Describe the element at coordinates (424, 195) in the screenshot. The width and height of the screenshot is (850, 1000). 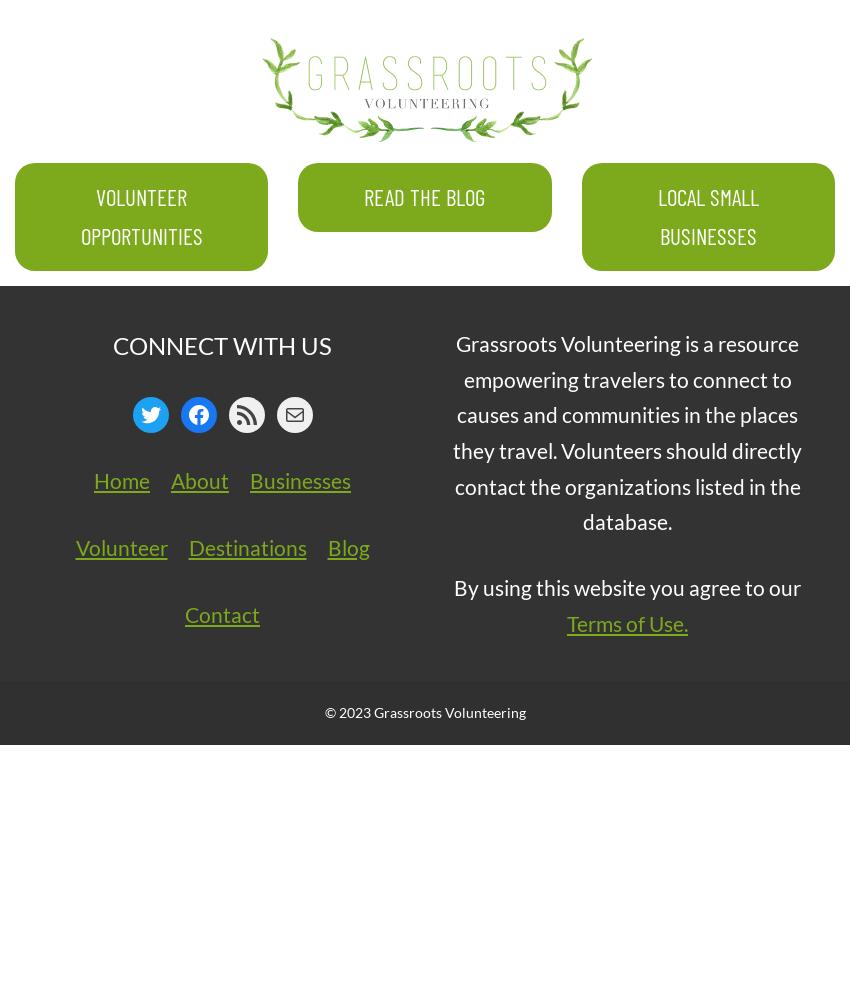
I see `'Read The Blog'` at that location.